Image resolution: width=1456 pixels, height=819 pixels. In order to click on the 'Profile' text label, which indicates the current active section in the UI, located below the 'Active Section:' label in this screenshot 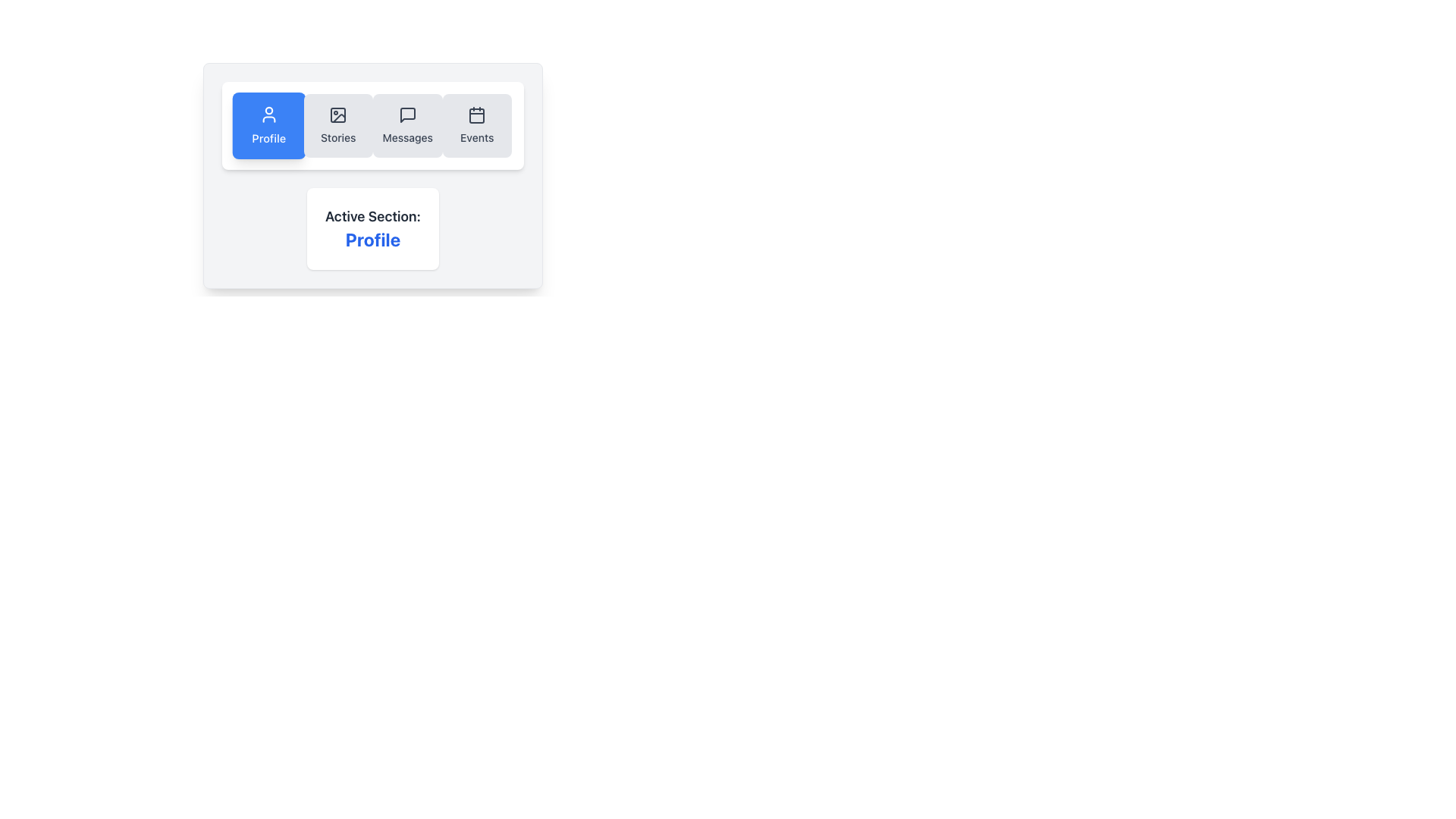, I will do `click(372, 239)`.